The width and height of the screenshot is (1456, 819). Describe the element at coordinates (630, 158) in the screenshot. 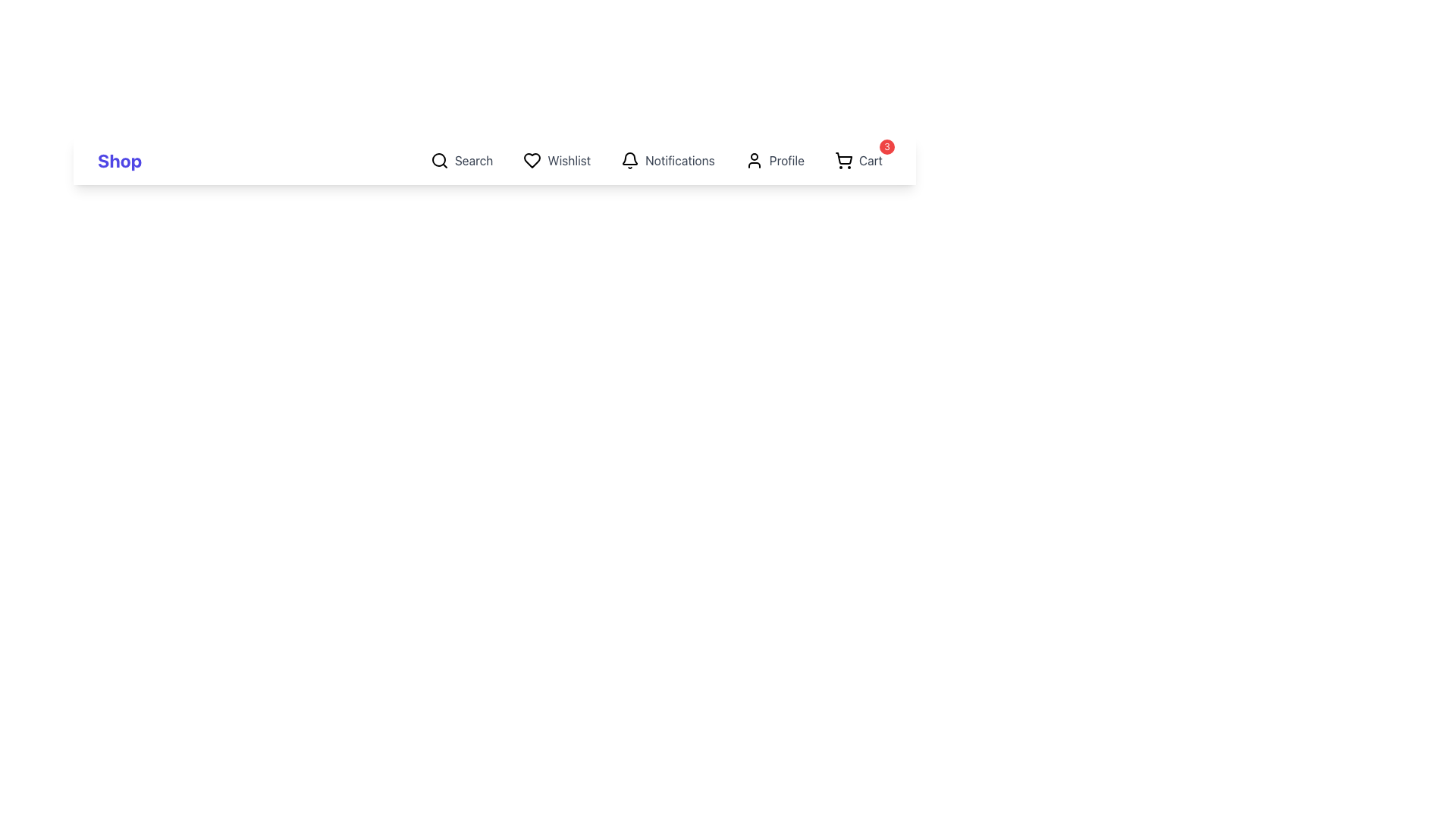

I see `the hollow bell icon representing notifications, located centrally in the notification icon group between 'Wishlist' and 'Profile'` at that location.